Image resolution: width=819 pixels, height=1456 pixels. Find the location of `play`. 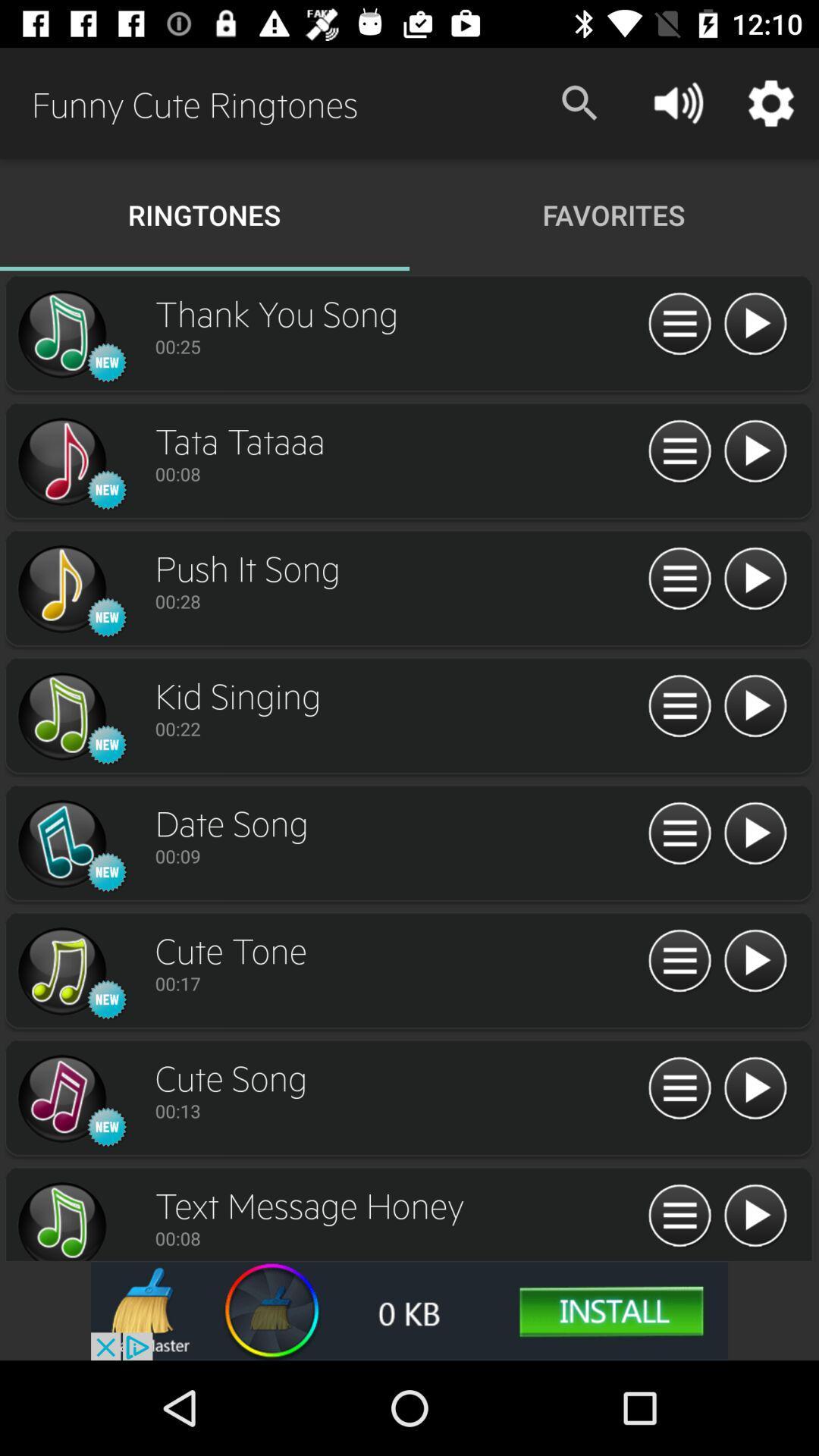

play is located at coordinates (755, 579).